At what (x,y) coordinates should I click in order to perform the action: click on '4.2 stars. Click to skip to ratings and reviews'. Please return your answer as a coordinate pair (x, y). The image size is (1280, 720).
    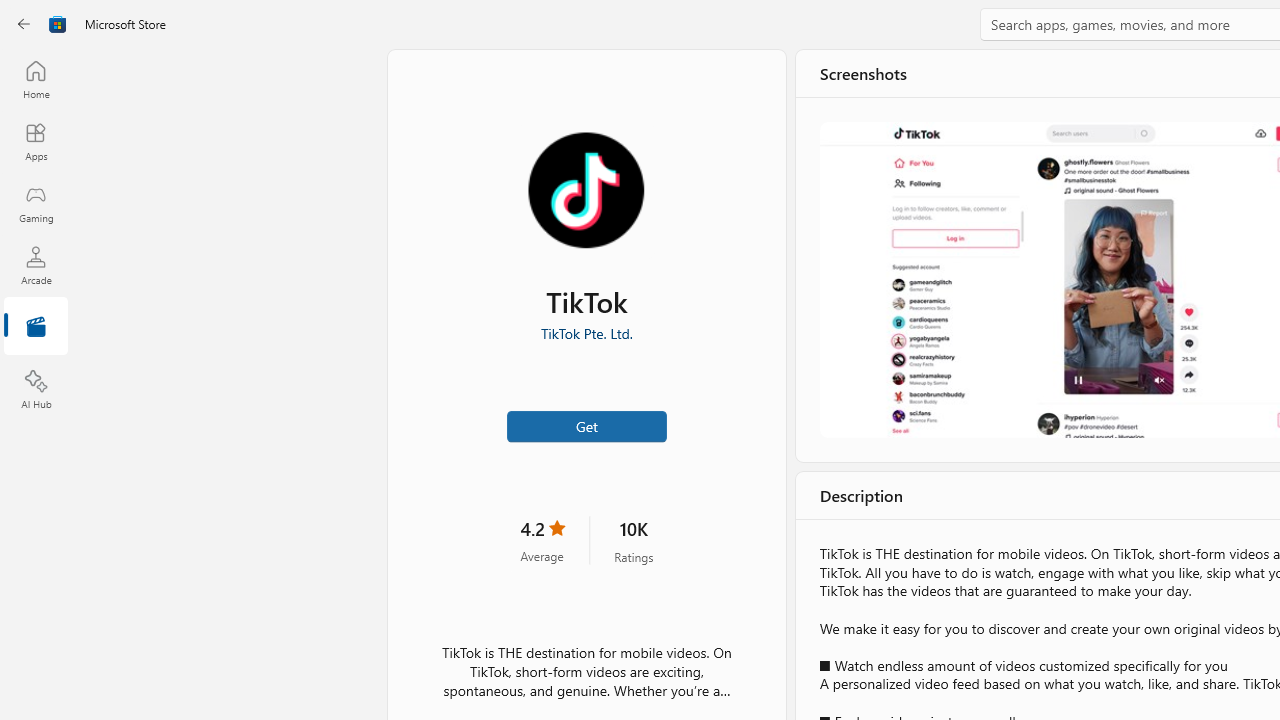
    Looking at the image, I should click on (542, 540).